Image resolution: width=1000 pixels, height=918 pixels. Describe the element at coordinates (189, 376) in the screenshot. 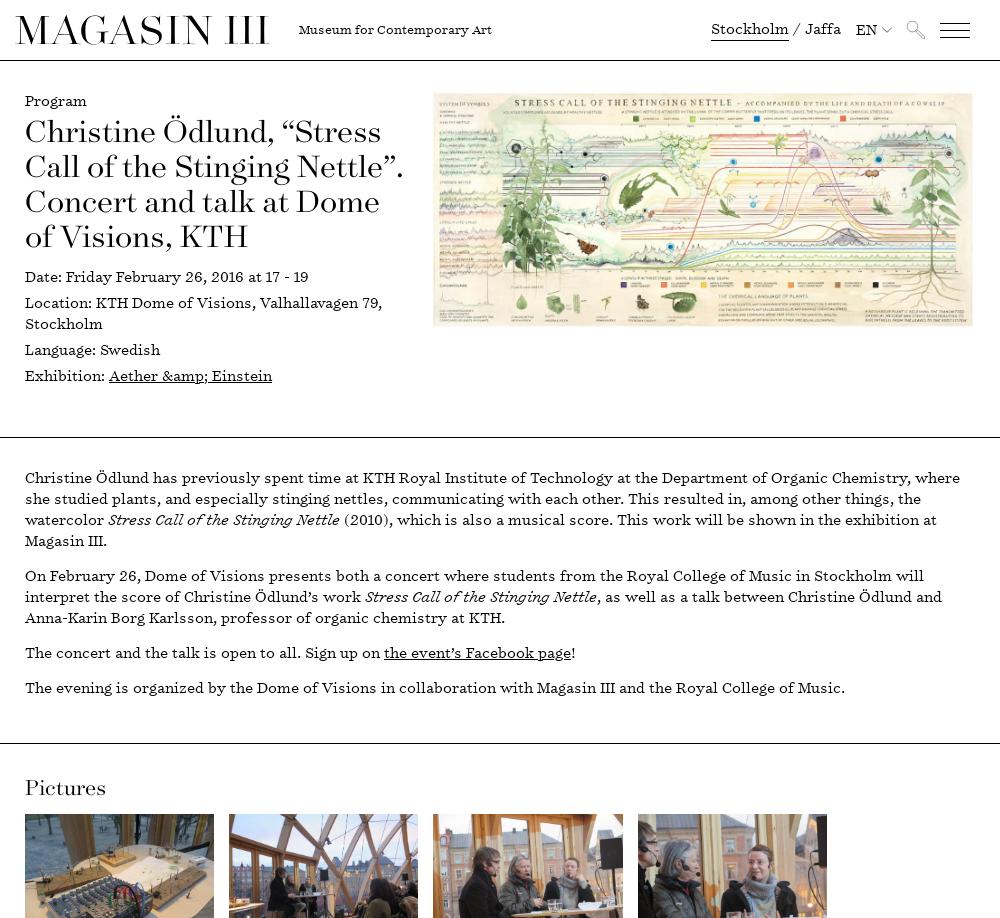

I see `'Aether &amp; Einstein'` at that location.